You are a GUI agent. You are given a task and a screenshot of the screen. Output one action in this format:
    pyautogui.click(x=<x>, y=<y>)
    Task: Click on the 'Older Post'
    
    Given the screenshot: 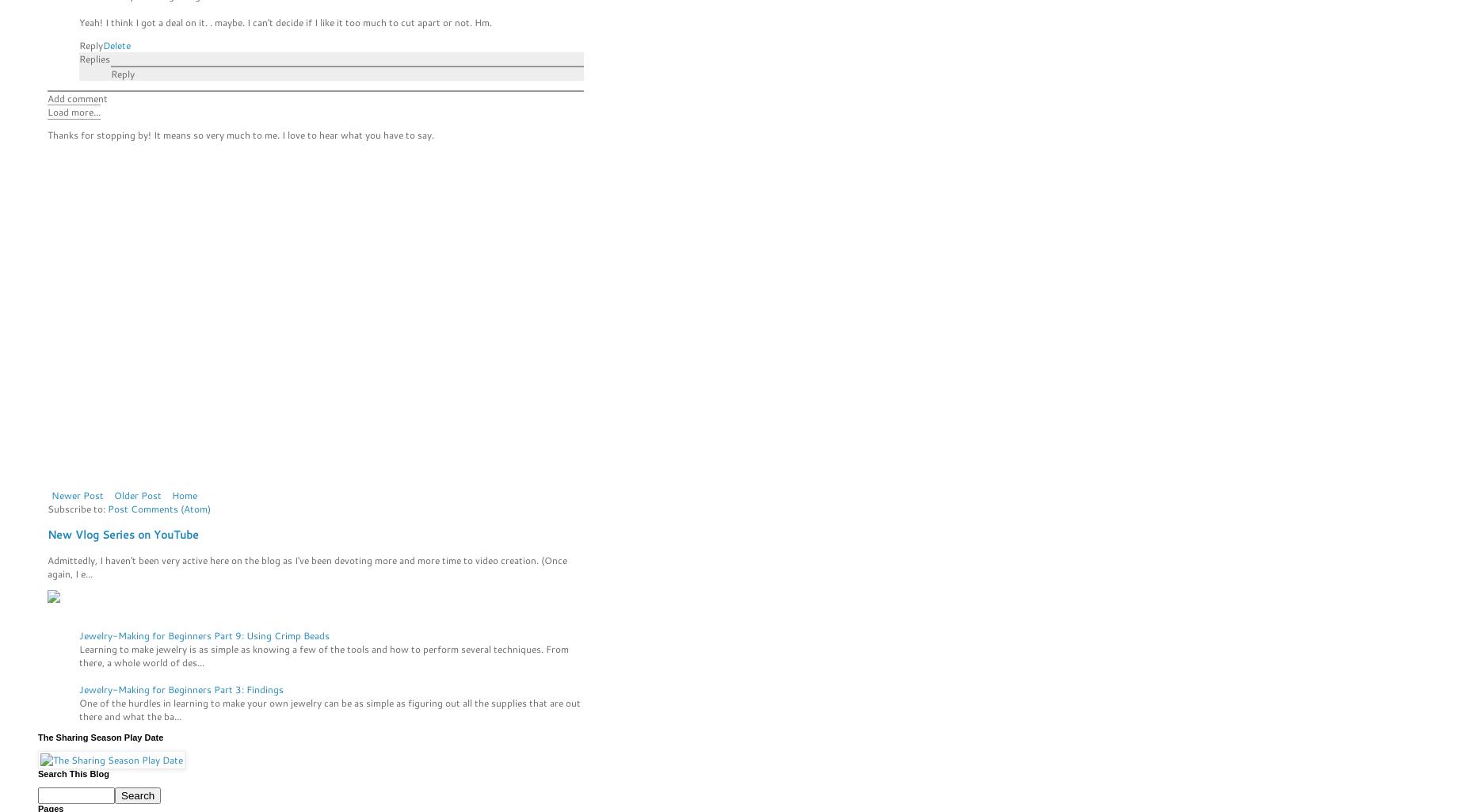 What is the action you would take?
    pyautogui.click(x=137, y=494)
    